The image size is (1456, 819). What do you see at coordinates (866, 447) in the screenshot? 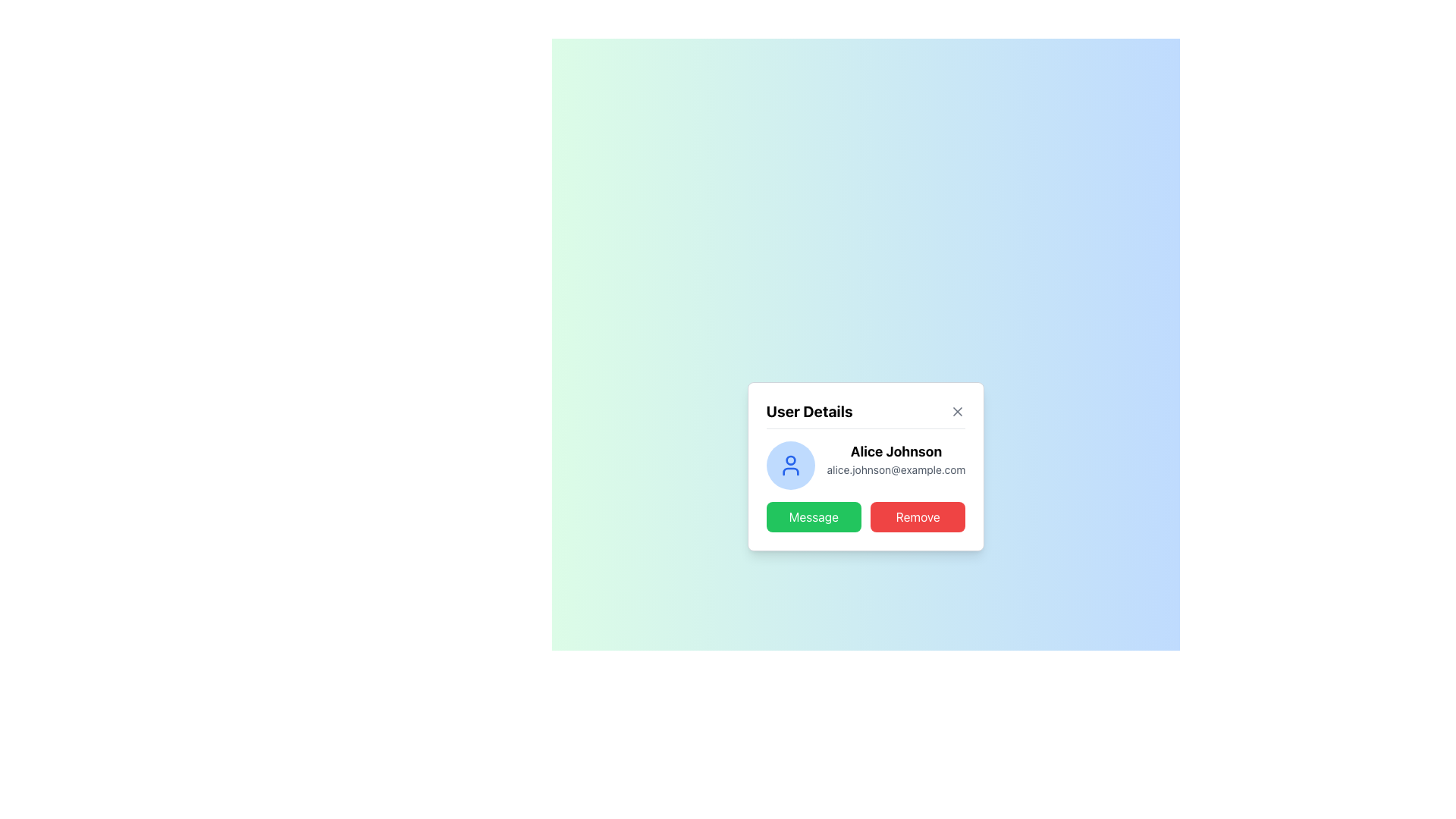
I see `the Text label displaying the name of the user in the 'User Details' modal, located below the title and adjacent to the email address` at bounding box center [866, 447].